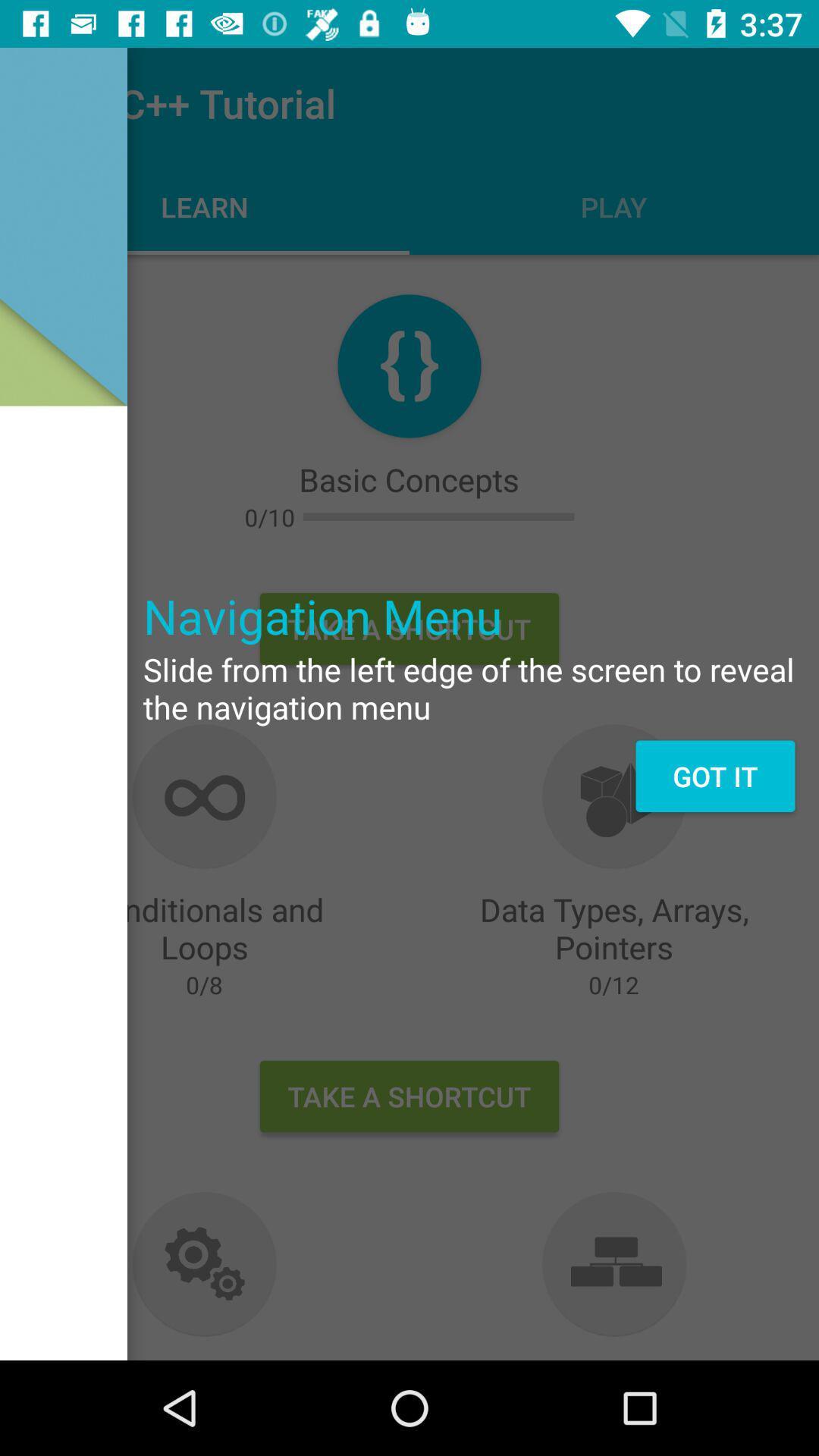 The width and height of the screenshot is (819, 1456). What do you see at coordinates (715, 776) in the screenshot?
I see `icon on the right` at bounding box center [715, 776].